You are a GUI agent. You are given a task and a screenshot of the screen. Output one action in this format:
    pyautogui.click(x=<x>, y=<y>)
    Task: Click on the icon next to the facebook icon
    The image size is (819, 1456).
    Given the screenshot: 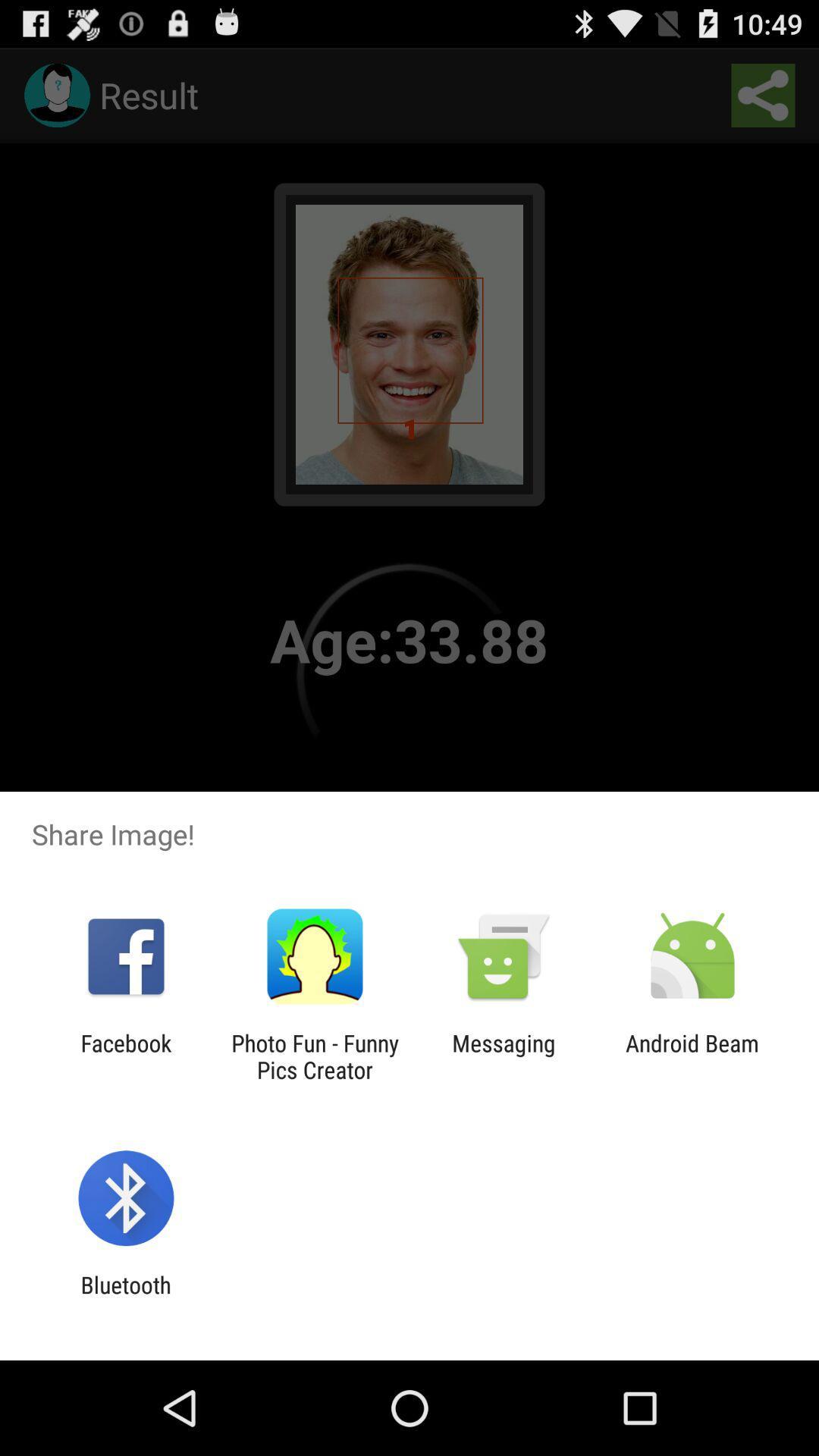 What is the action you would take?
    pyautogui.click(x=314, y=1056)
    